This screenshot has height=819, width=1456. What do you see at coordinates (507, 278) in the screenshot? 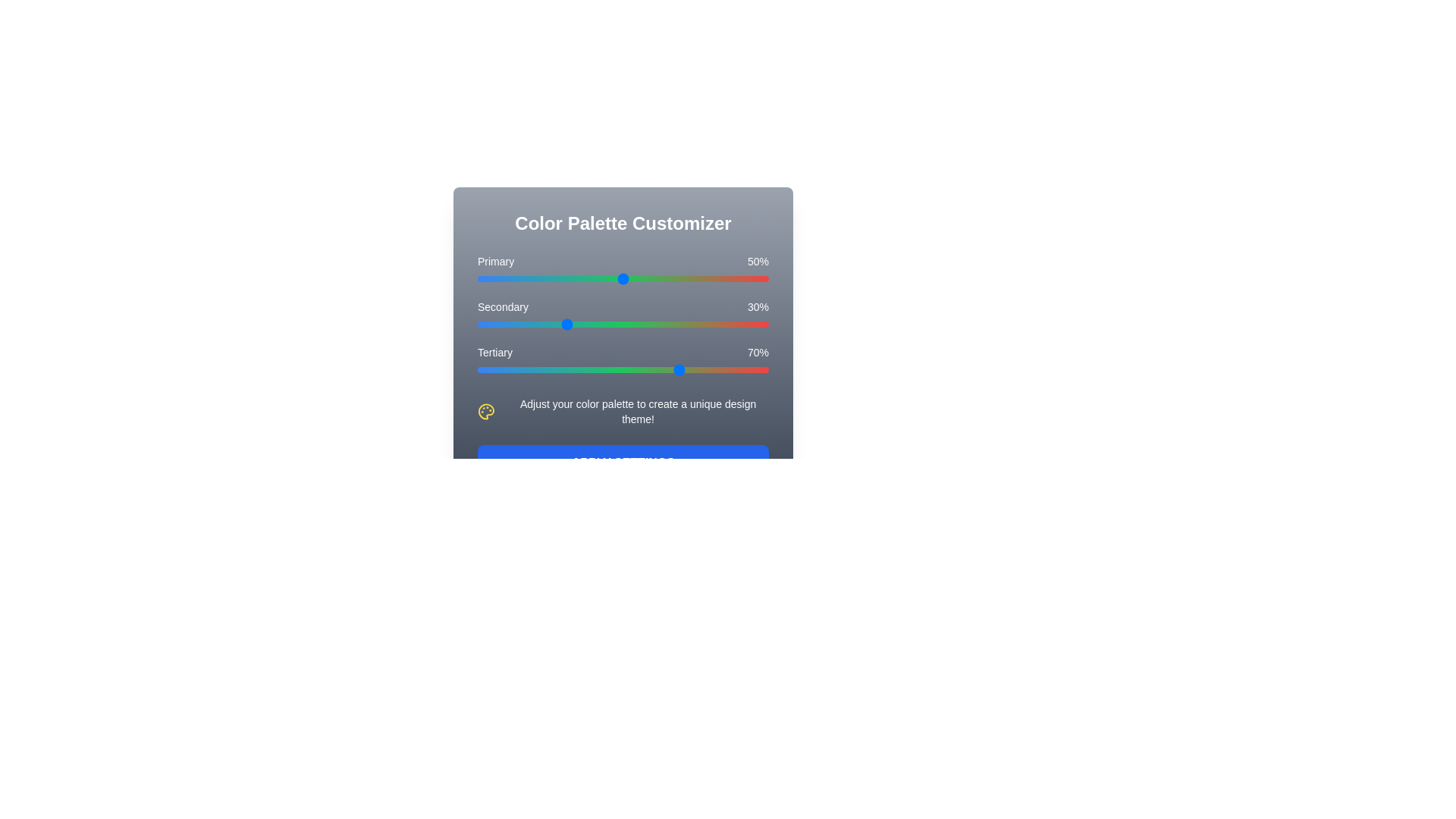
I see `the primary color intensity` at bounding box center [507, 278].